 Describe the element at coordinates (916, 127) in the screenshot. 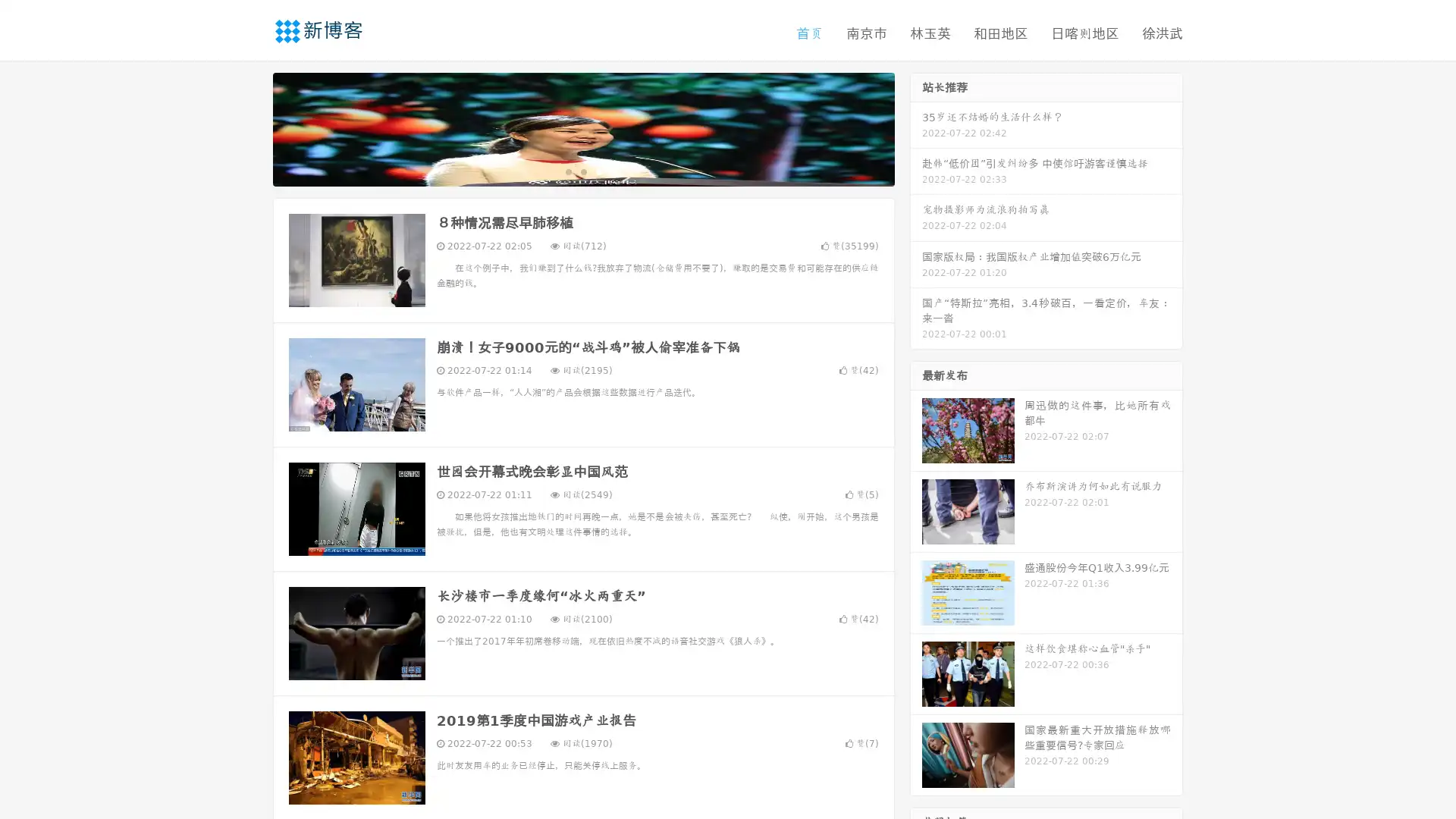

I see `Next slide` at that location.